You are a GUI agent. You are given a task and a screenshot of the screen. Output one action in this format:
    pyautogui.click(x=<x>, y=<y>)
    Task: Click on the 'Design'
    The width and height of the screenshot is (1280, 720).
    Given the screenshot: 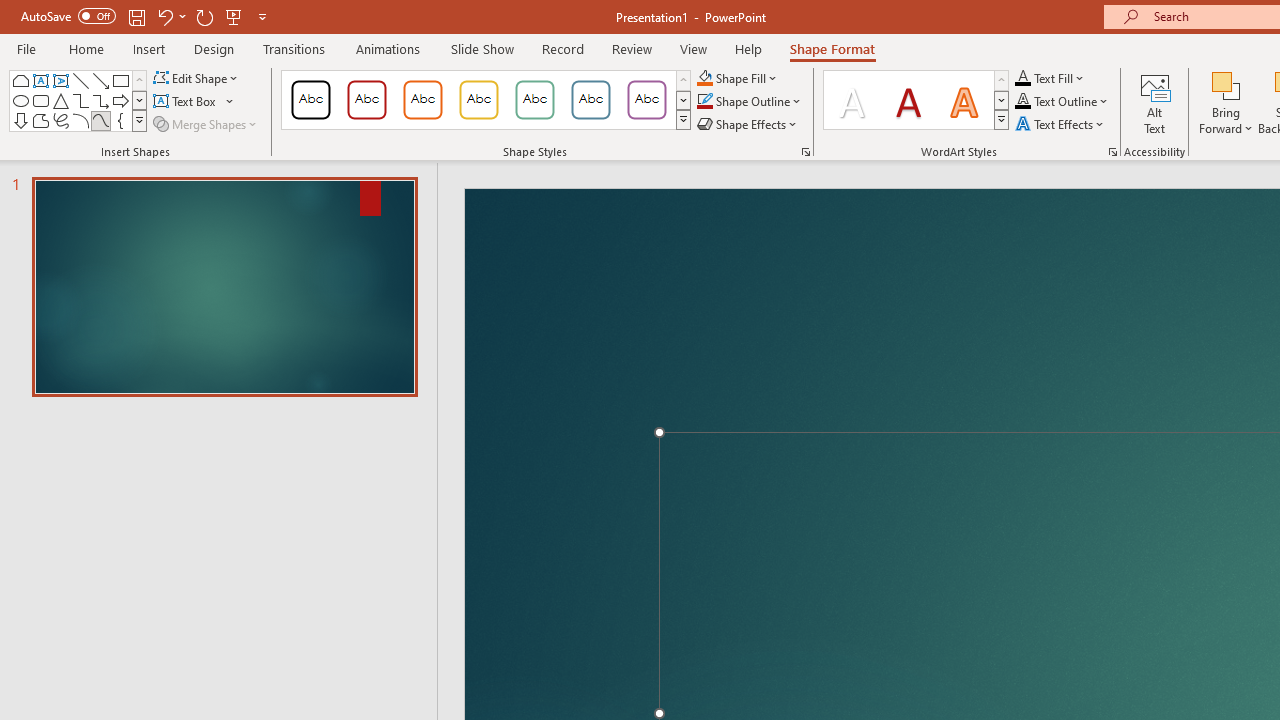 What is the action you would take?
    pyautogui.click(x=214, y=48)
    